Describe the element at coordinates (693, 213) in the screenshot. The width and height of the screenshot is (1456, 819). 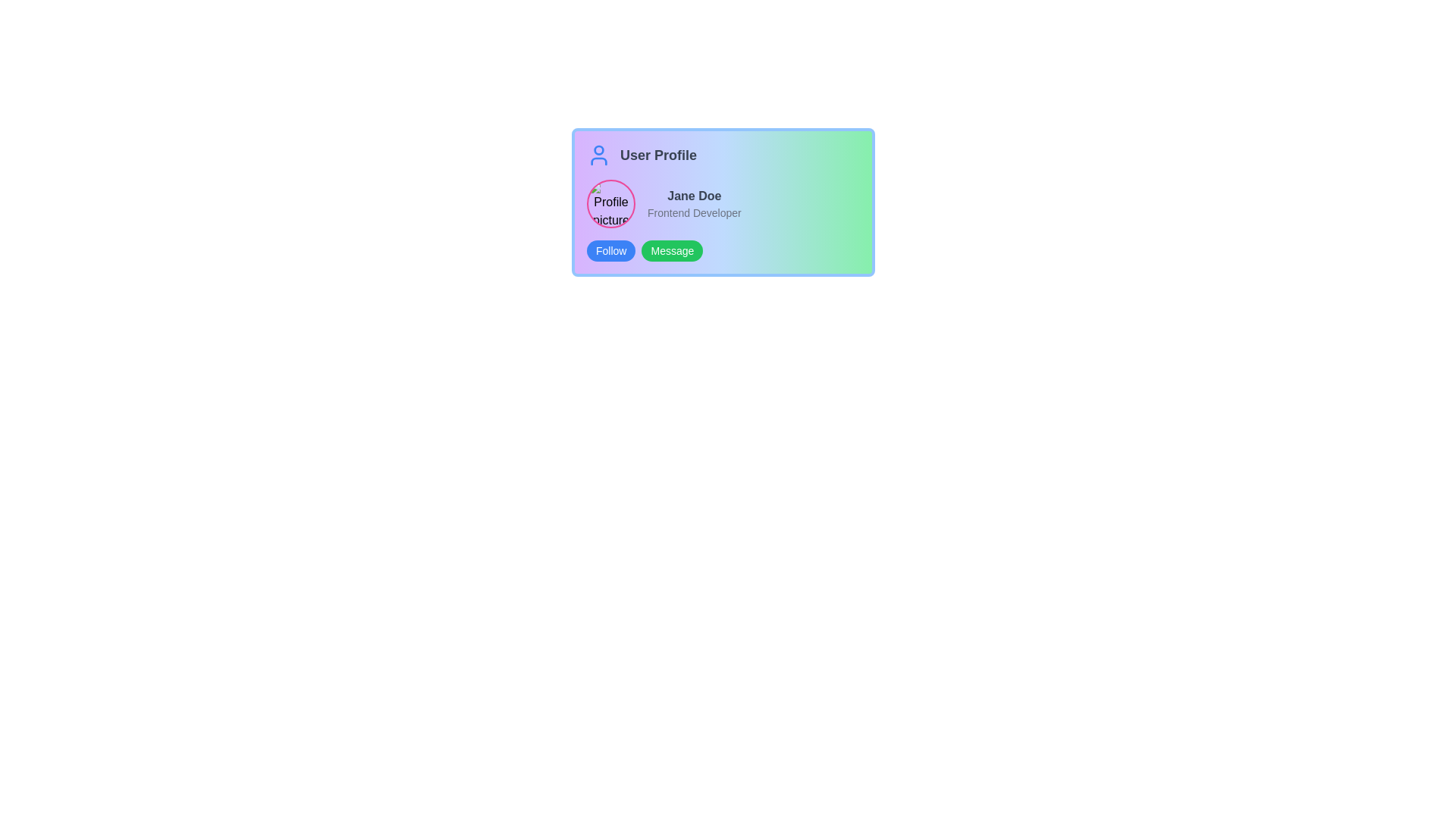
I see `the non-interactive text label that describes the role or position of 'Jane Doe' located in the upper-right section of the 'User Profile' UI card` at that location.